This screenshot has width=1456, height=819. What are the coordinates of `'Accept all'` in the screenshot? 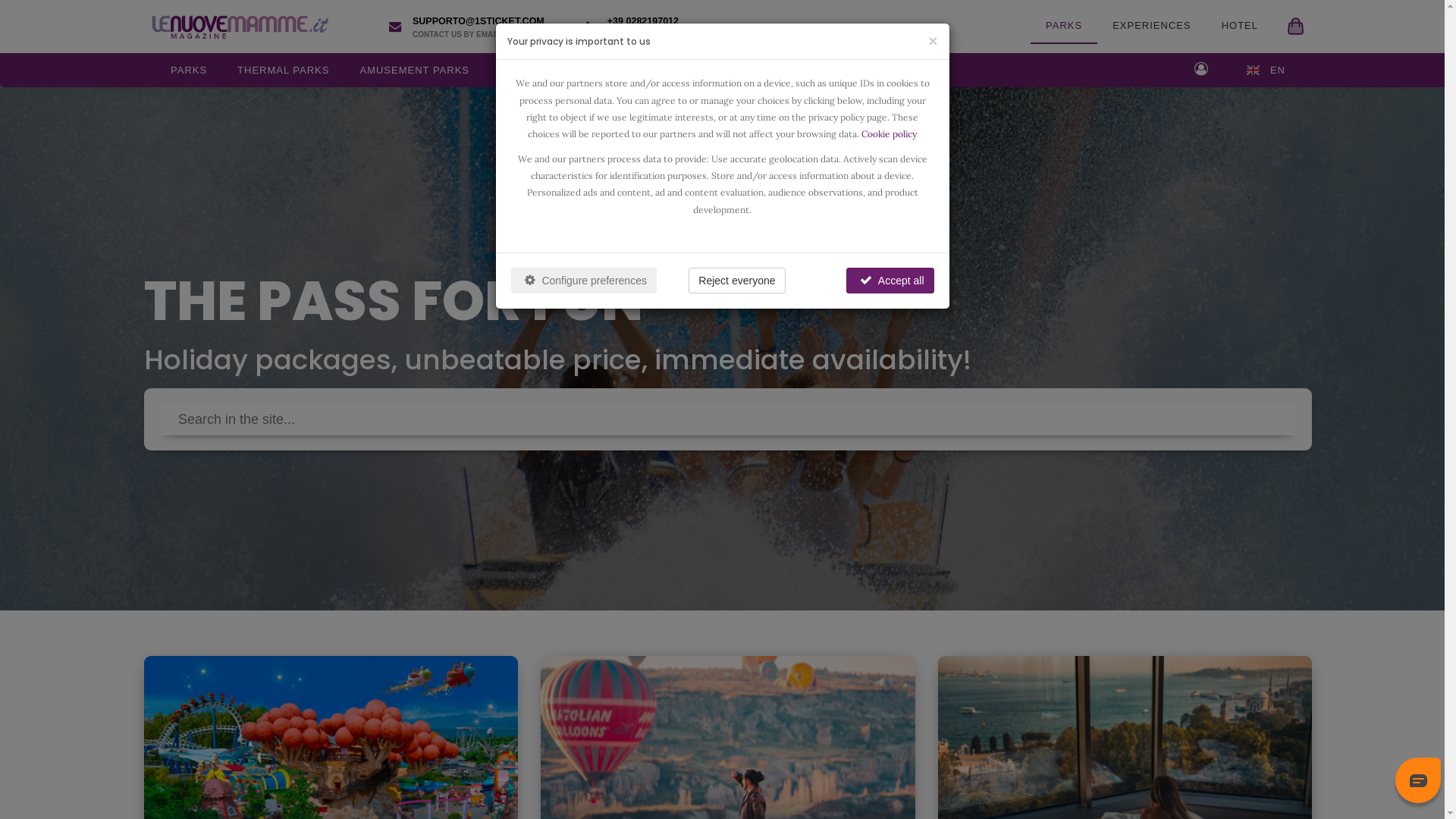 It's located at (890, 281).